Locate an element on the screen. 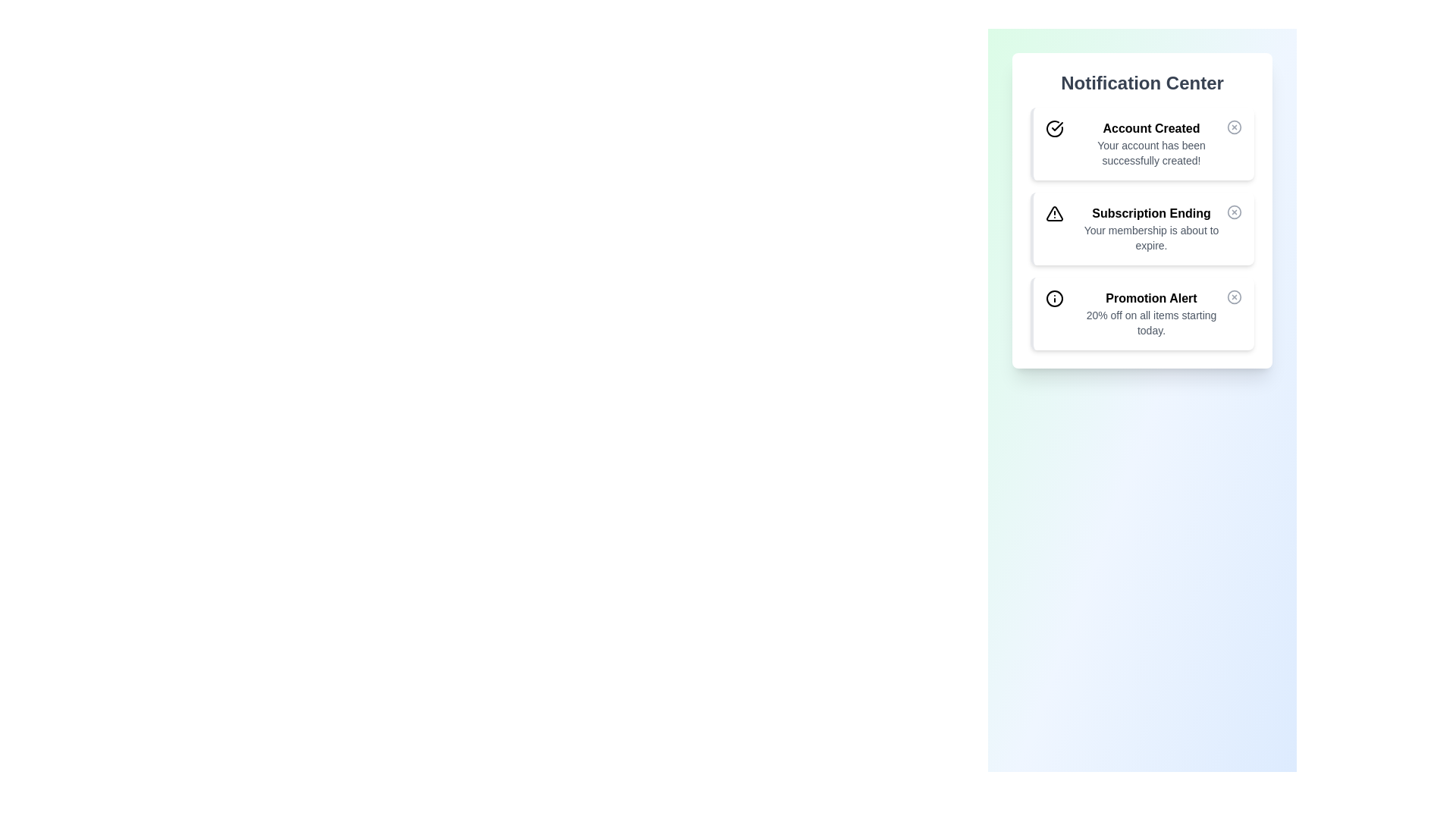  the close button icon for the 'Promotion Alert' notification located at the top-right corner of the last notification card in the 'Notification Center' to darken its color is located at coordinates (1234, 297).